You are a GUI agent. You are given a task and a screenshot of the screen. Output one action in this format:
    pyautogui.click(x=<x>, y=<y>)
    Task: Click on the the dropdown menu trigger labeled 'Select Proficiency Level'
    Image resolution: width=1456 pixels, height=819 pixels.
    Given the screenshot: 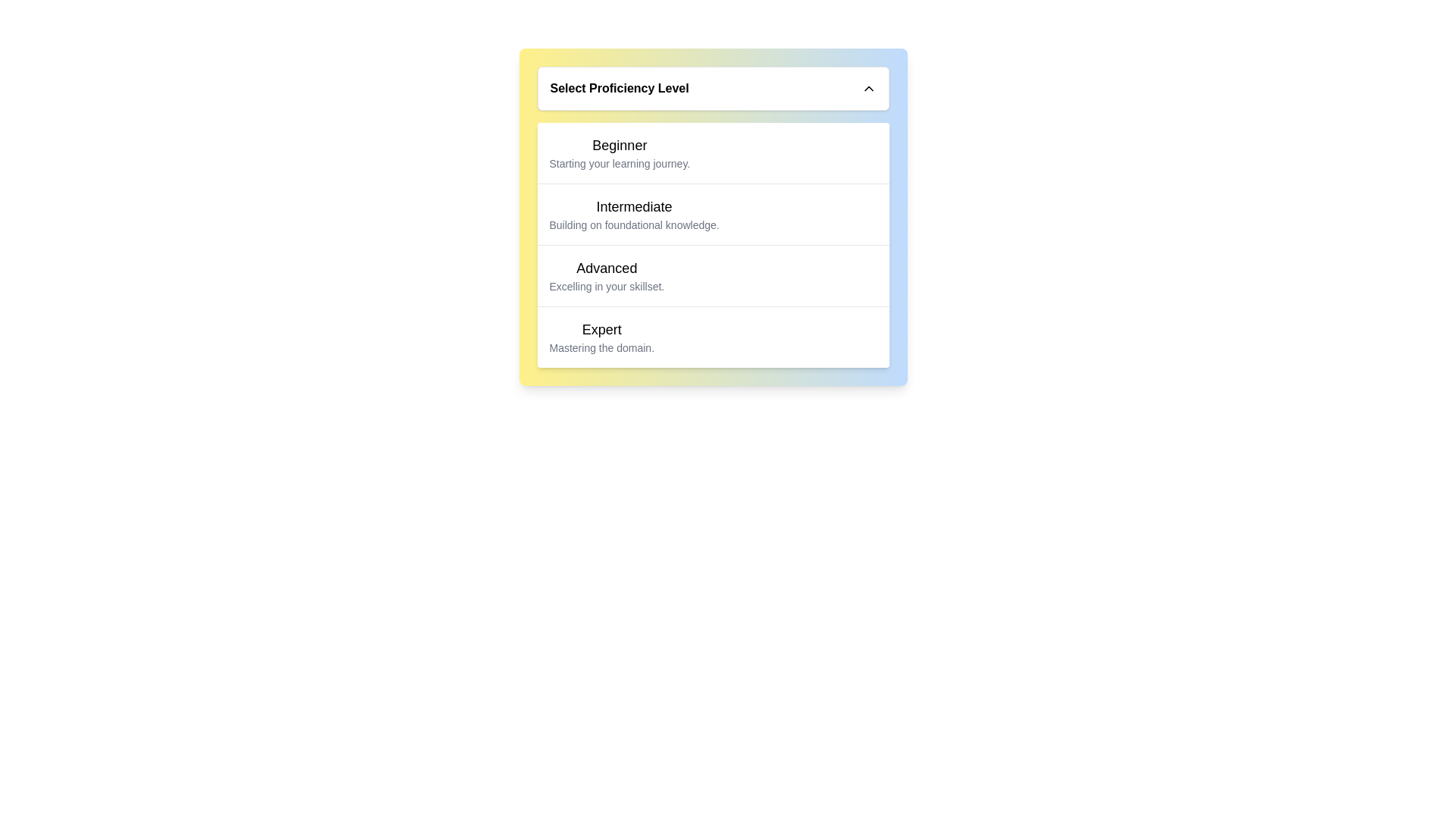 What is the action you would take?
    pyautogui.click(x=712, y=88)
    